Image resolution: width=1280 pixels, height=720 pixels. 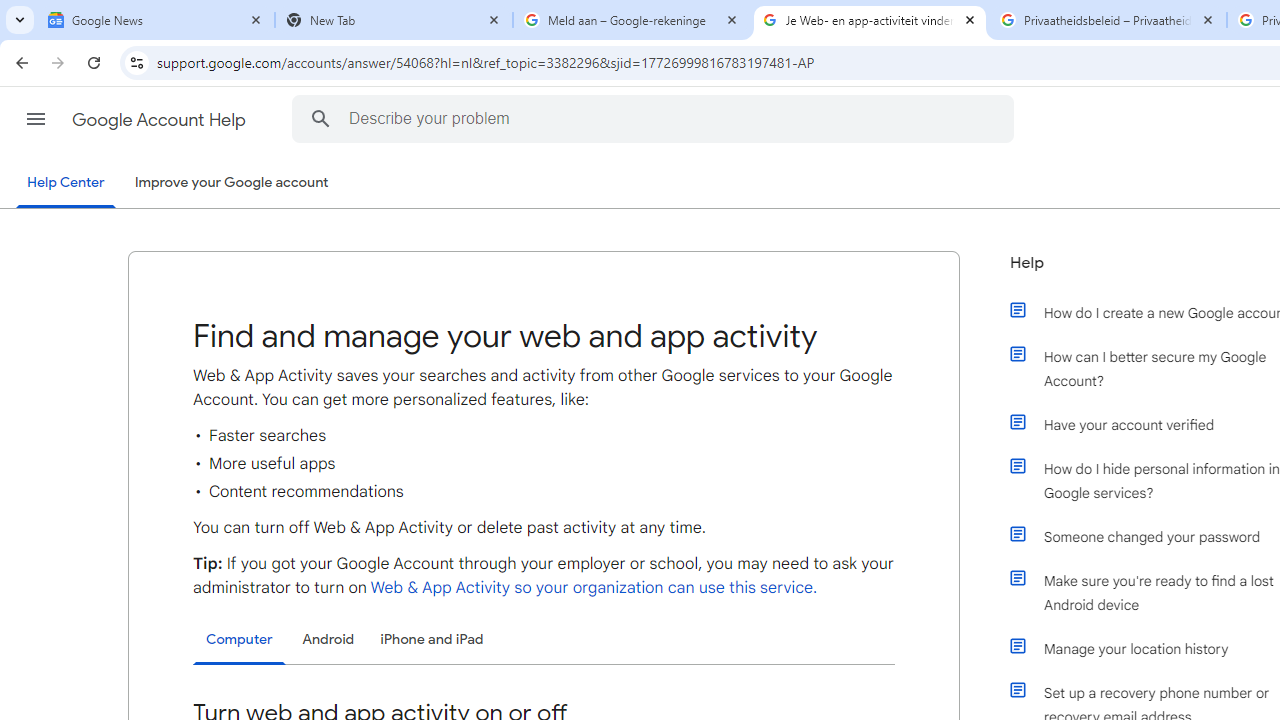 What do you see at coordinates (328, 639) in the screenshot?
I see `'Android'` at bounding box center [328, 639].